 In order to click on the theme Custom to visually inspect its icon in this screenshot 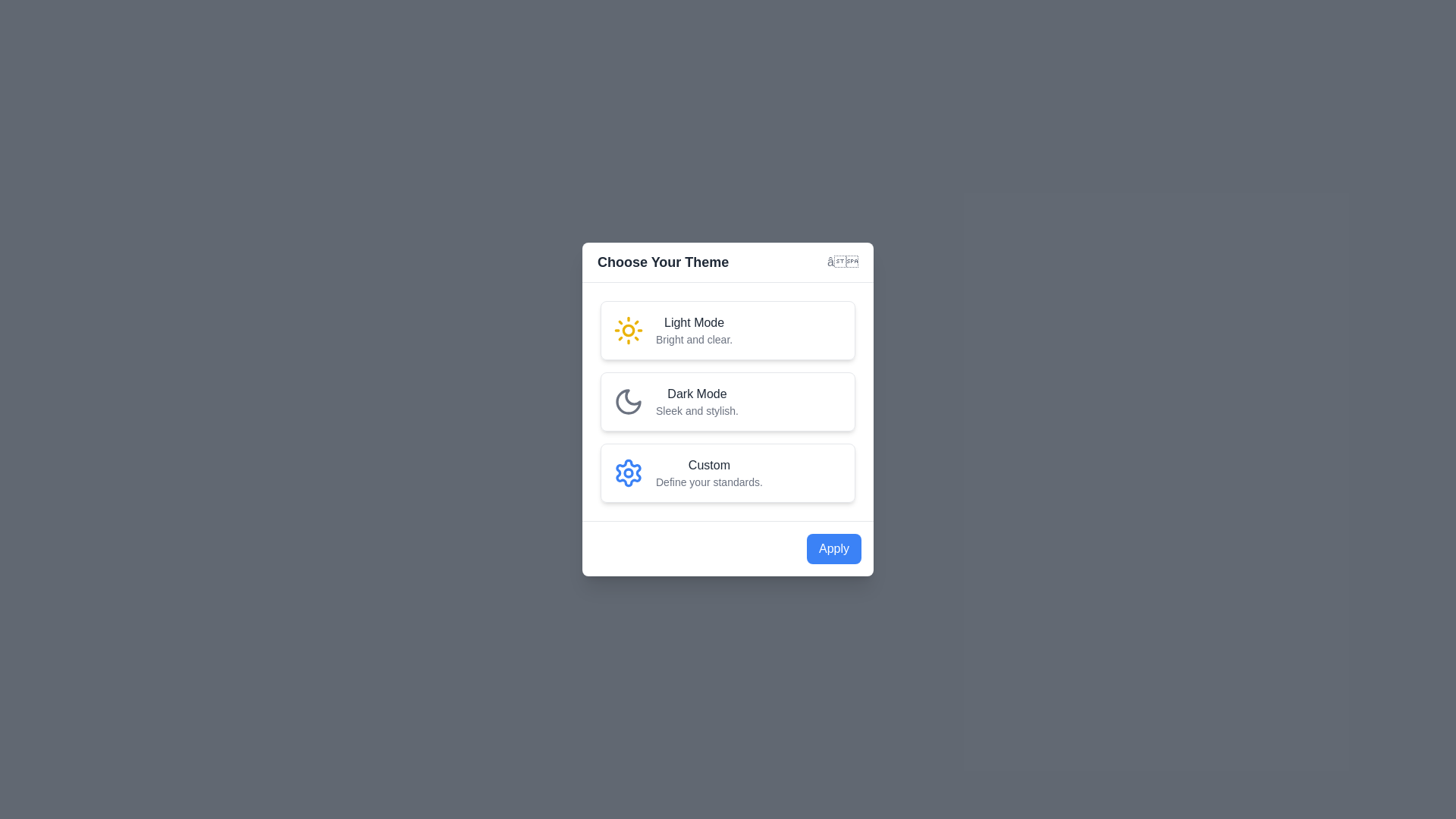, I will do `click(728, 472)`.